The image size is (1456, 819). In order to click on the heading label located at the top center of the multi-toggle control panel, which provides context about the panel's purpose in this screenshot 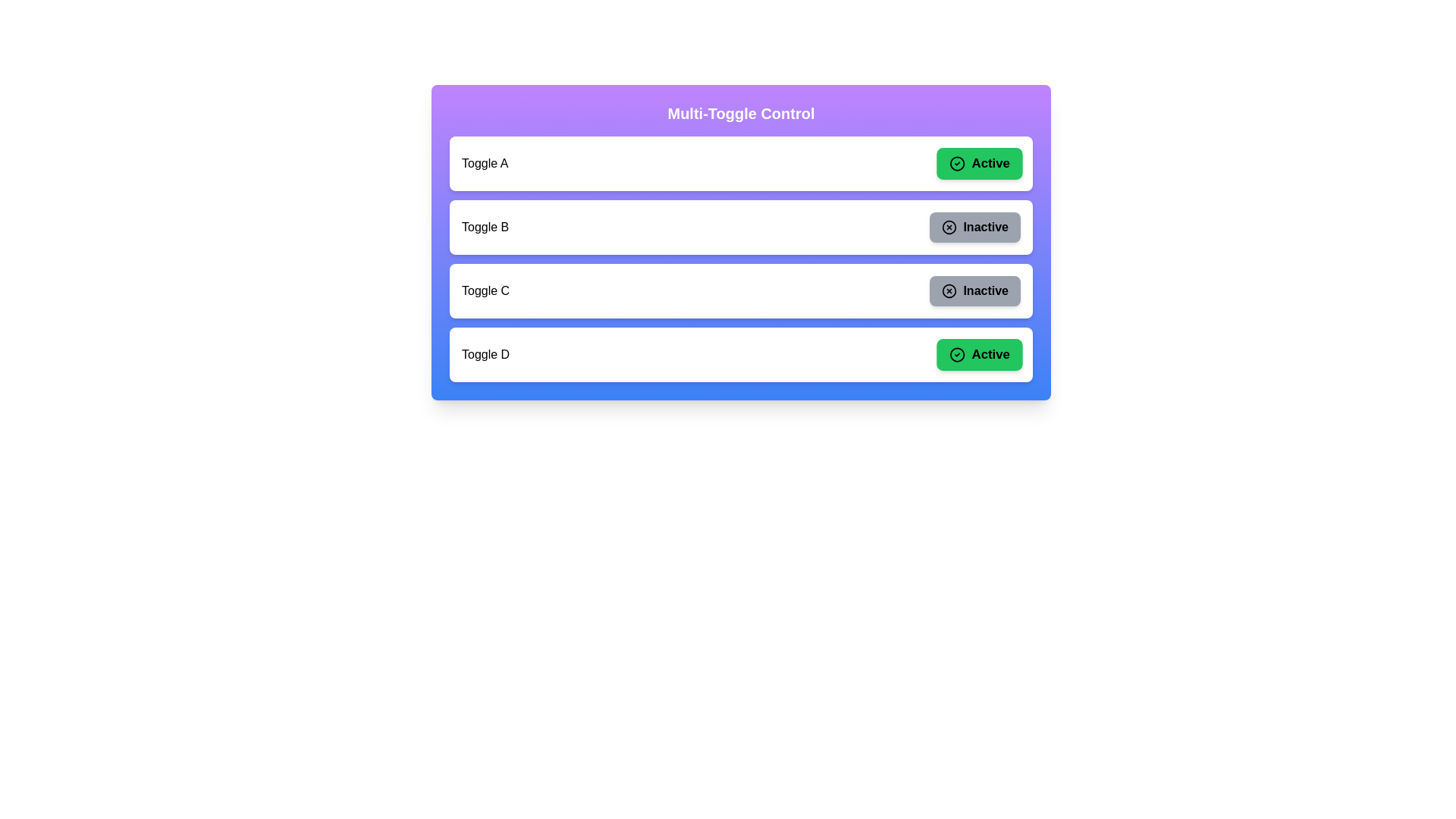, I will do `click(741, 113)`.